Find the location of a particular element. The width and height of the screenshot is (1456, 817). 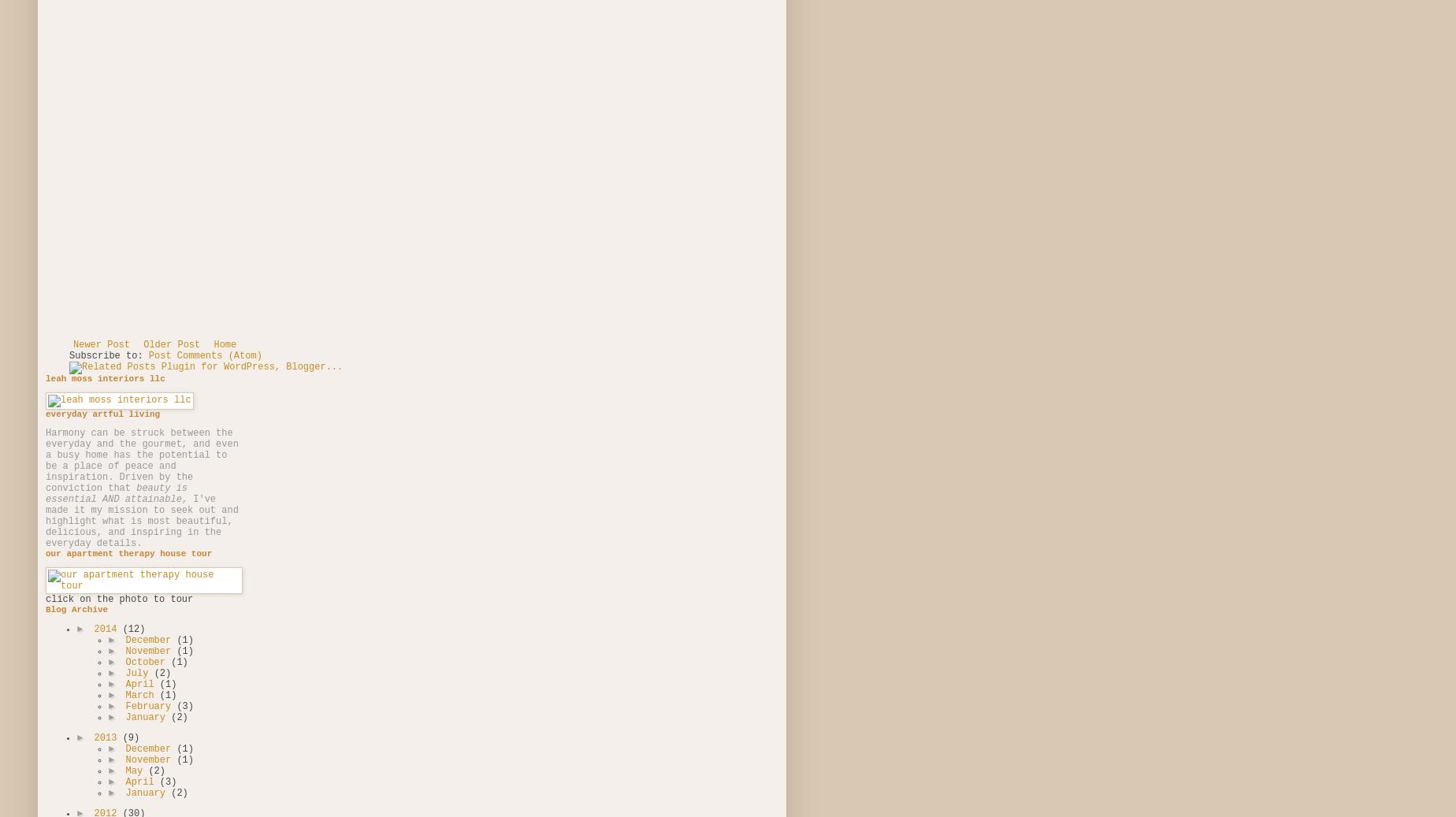

'March' is located at coordinates (142, 694).